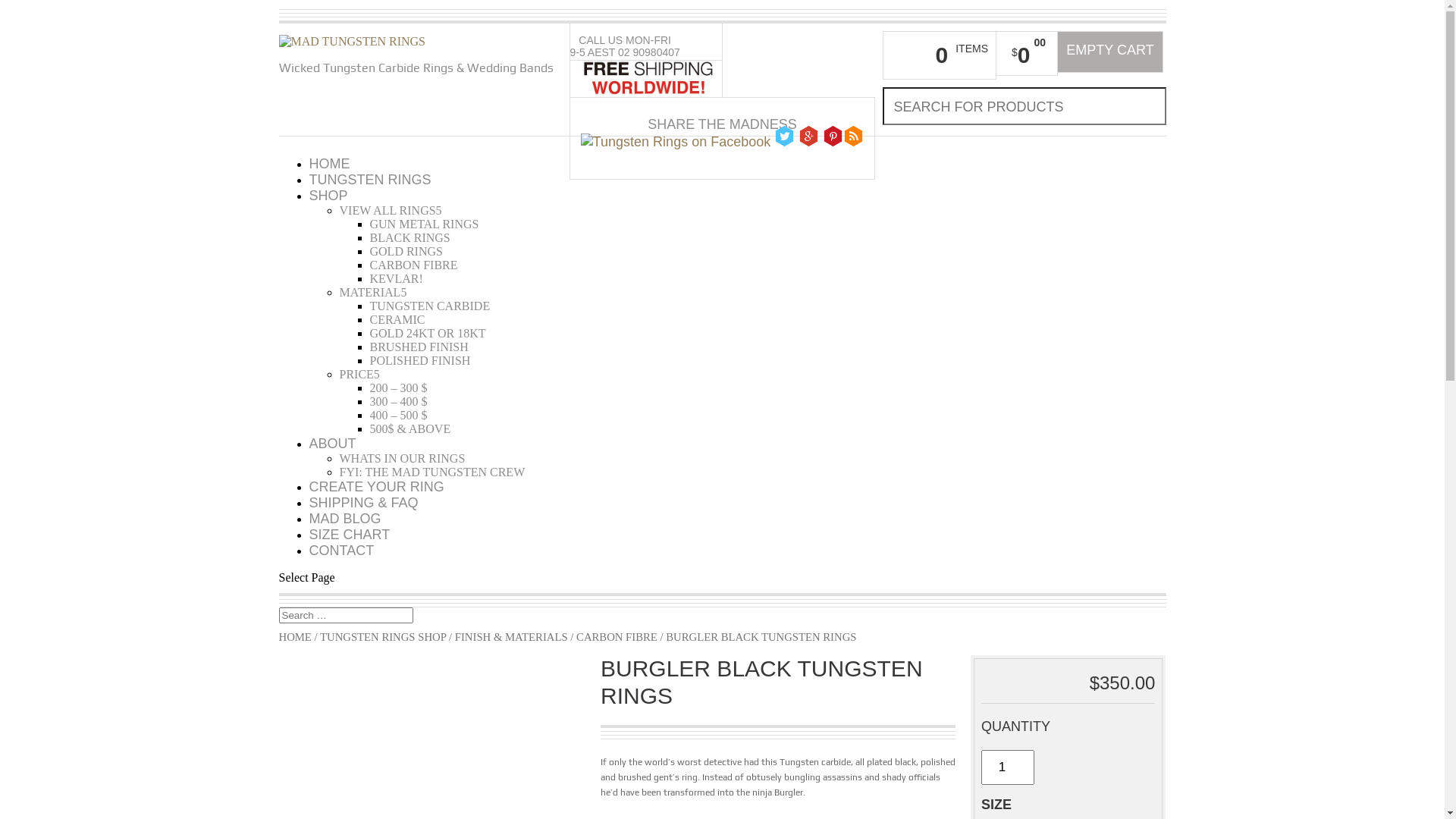 This screenshot has height=819, width=1456. Describe the element at coordinates (370, 250) in the screenshot. I see `'GOLD RINGS'` at that location.